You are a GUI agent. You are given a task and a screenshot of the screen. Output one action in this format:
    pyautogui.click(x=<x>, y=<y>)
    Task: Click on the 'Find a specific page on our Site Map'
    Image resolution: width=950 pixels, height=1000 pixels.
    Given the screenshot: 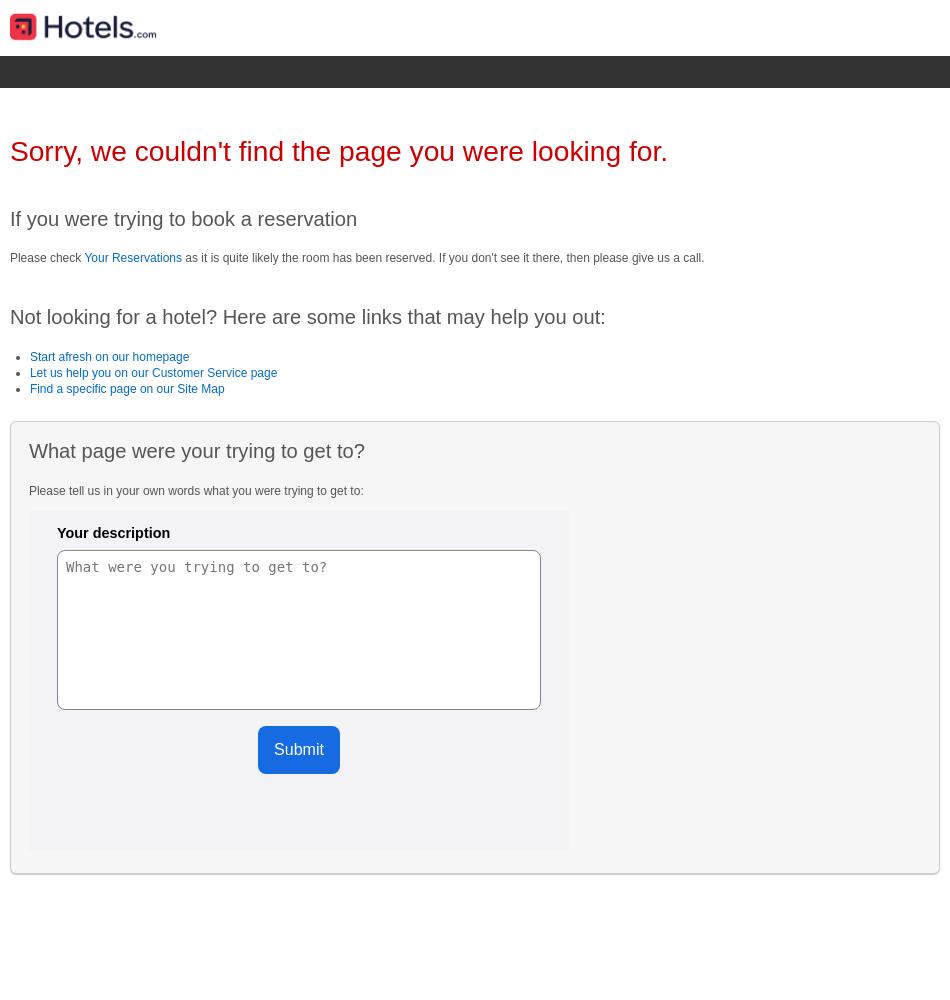 What is the action you would take?
    pyautogui.click(x=126, y=389)
    